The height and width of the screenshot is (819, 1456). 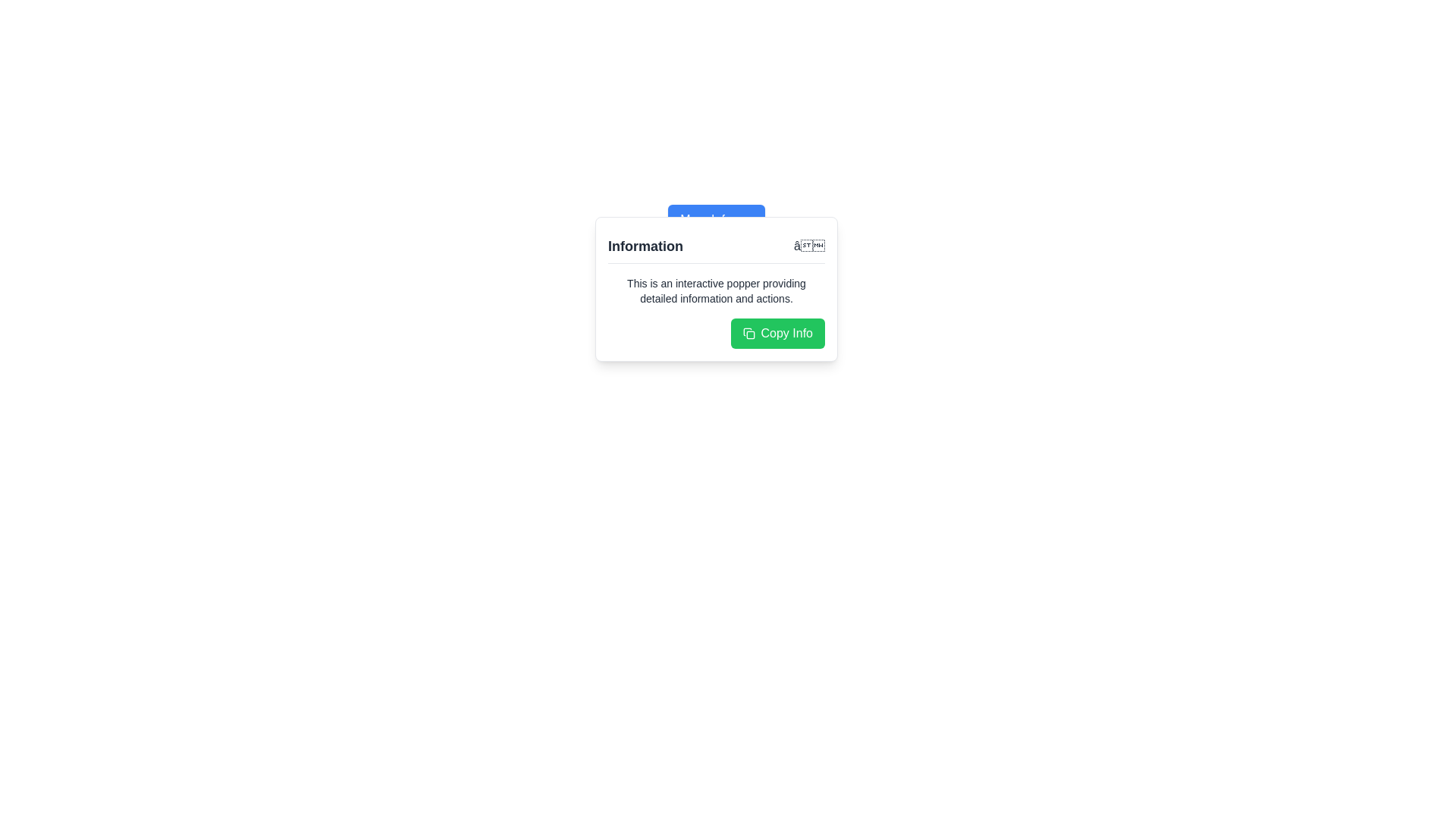 I want to click on the button located at the bottom-right corner of the dialog box to copy the information displayed in the pop-up dialog to the clipboard, so click(x=716, y=332).